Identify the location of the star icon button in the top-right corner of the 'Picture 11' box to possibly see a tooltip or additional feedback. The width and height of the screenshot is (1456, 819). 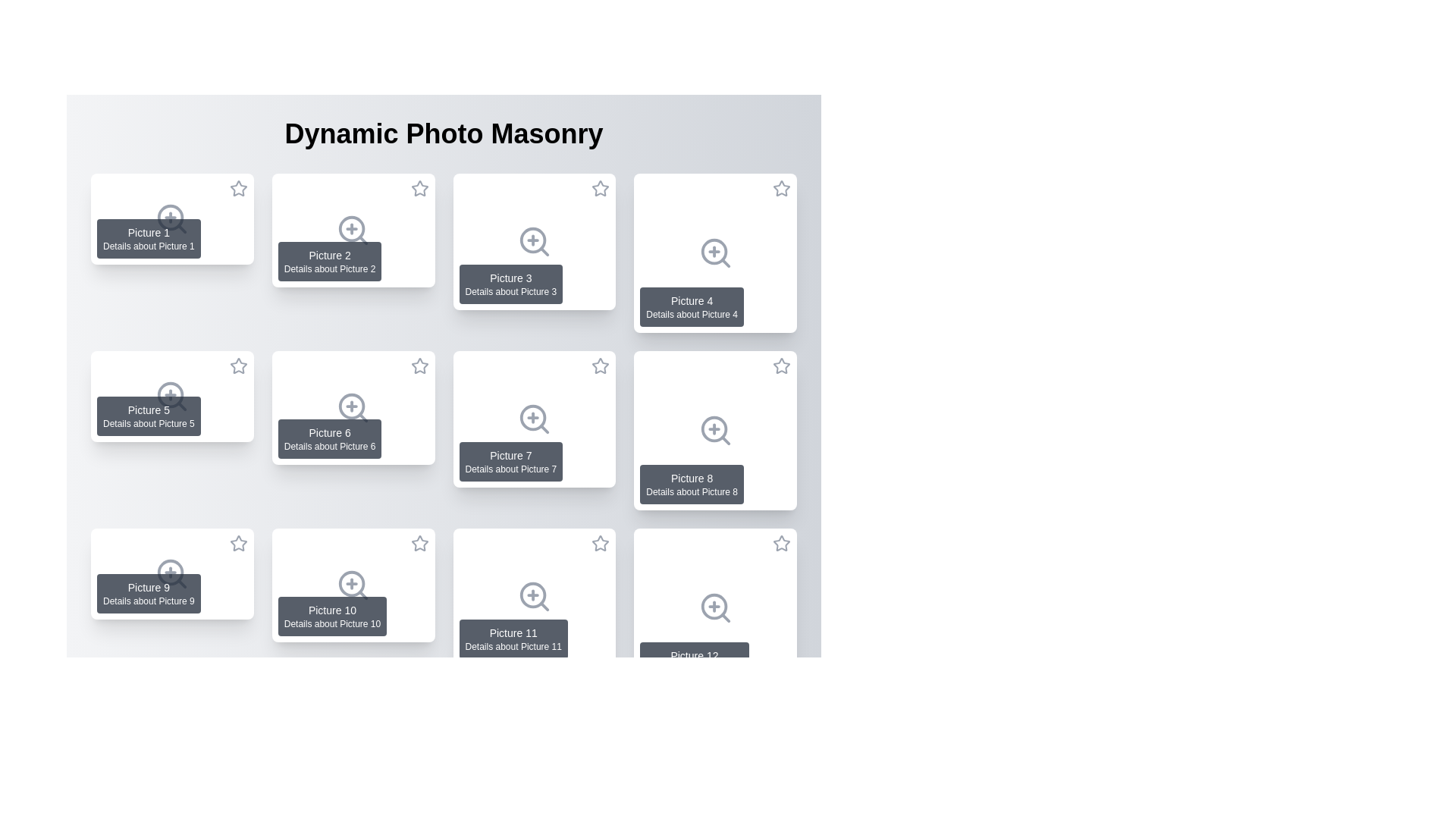
(600, 542).